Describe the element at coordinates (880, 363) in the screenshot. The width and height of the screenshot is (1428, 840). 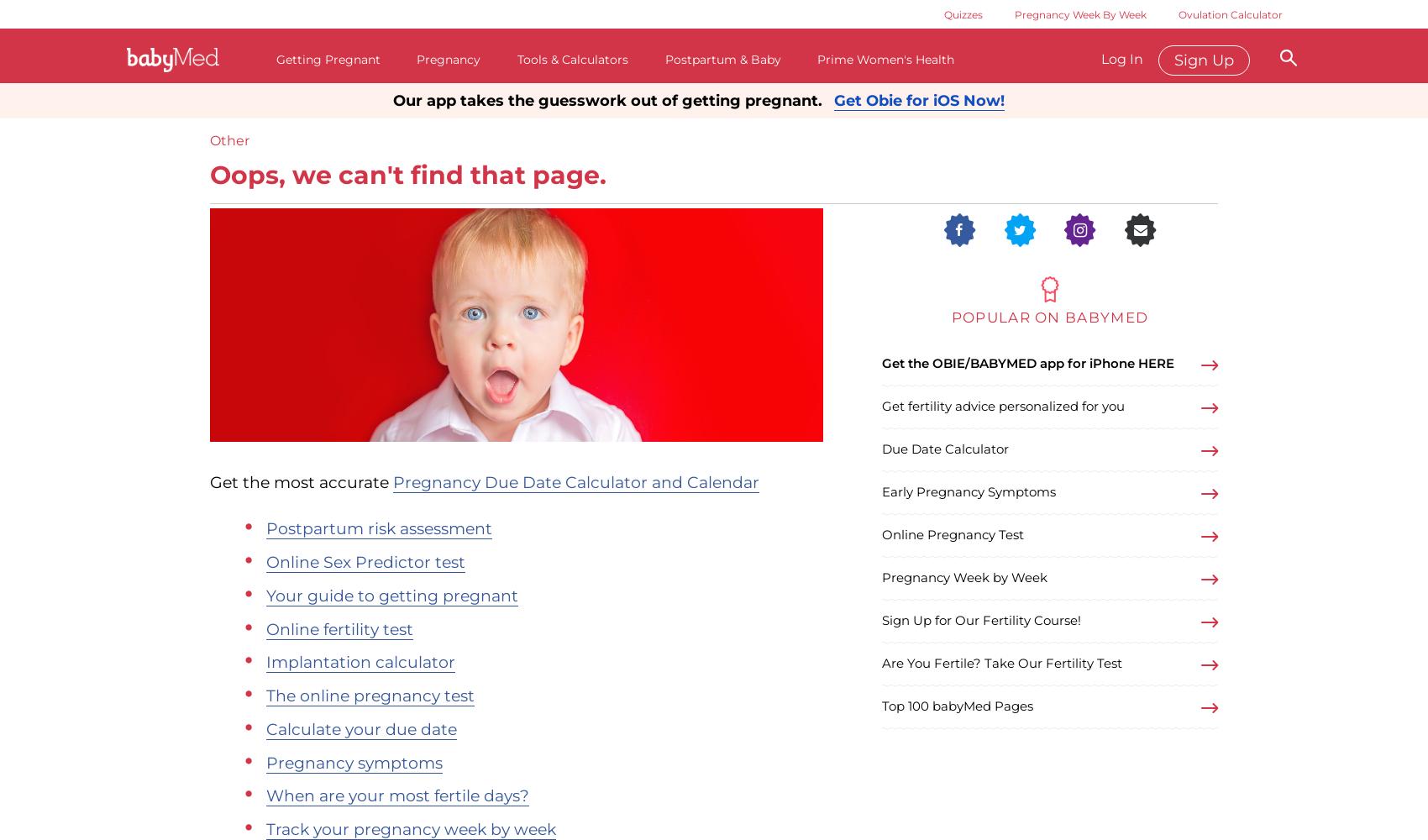
I see `'Get the OBIE/BABYMED app for iPhone HERE'` at that location.